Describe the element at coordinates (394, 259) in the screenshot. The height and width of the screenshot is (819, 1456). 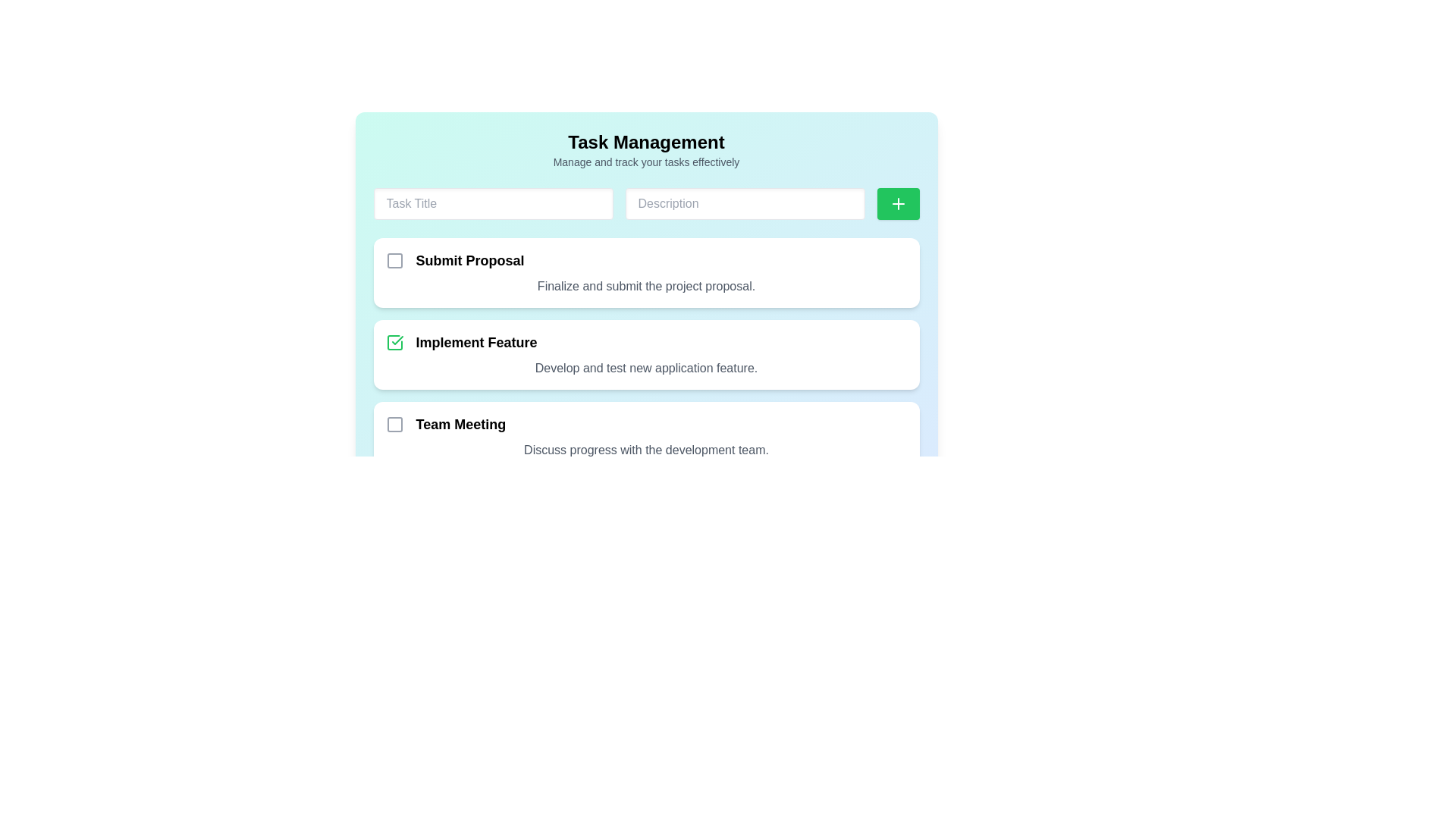
I see `the Checkbox icon located to the left of the 'Submit Proposal' task, which is the first checkable option in the 'Task Management' section` at that location.